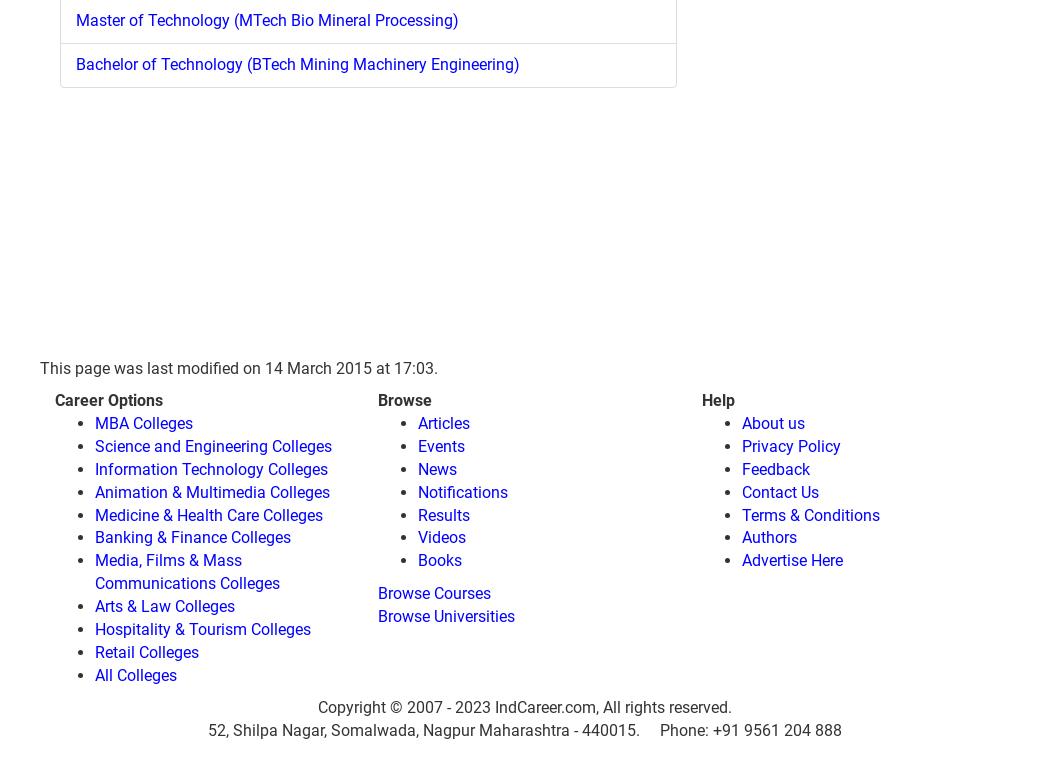 Image resolution: width=1050 pixels, height=764 pixels. I want to click on 'Articles', so click(443, 422).